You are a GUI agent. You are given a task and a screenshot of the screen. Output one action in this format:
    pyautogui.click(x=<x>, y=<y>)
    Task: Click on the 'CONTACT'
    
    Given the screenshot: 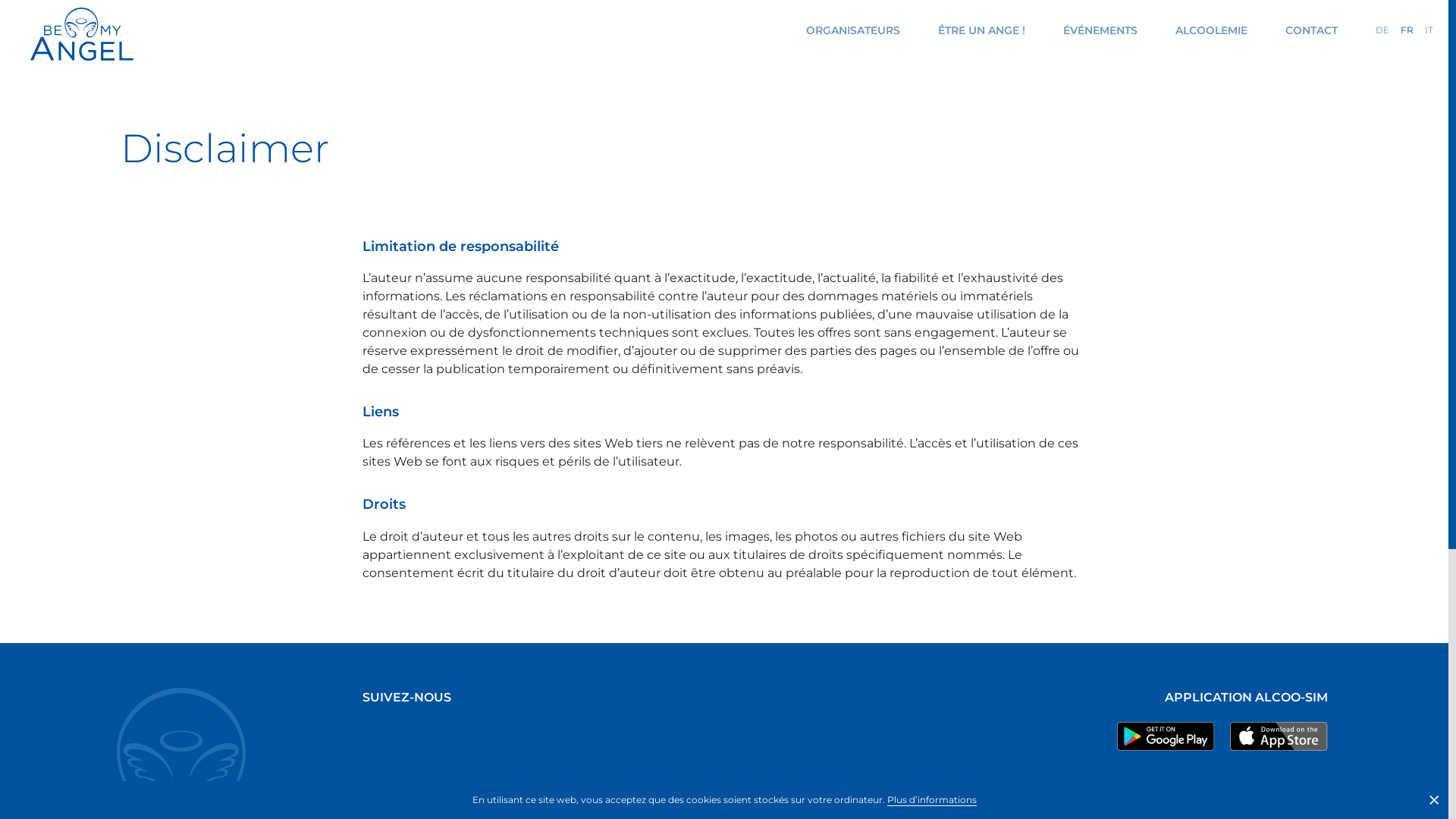 What is the action you would take?
    pyautogui.click(x=1310, y=30)
    